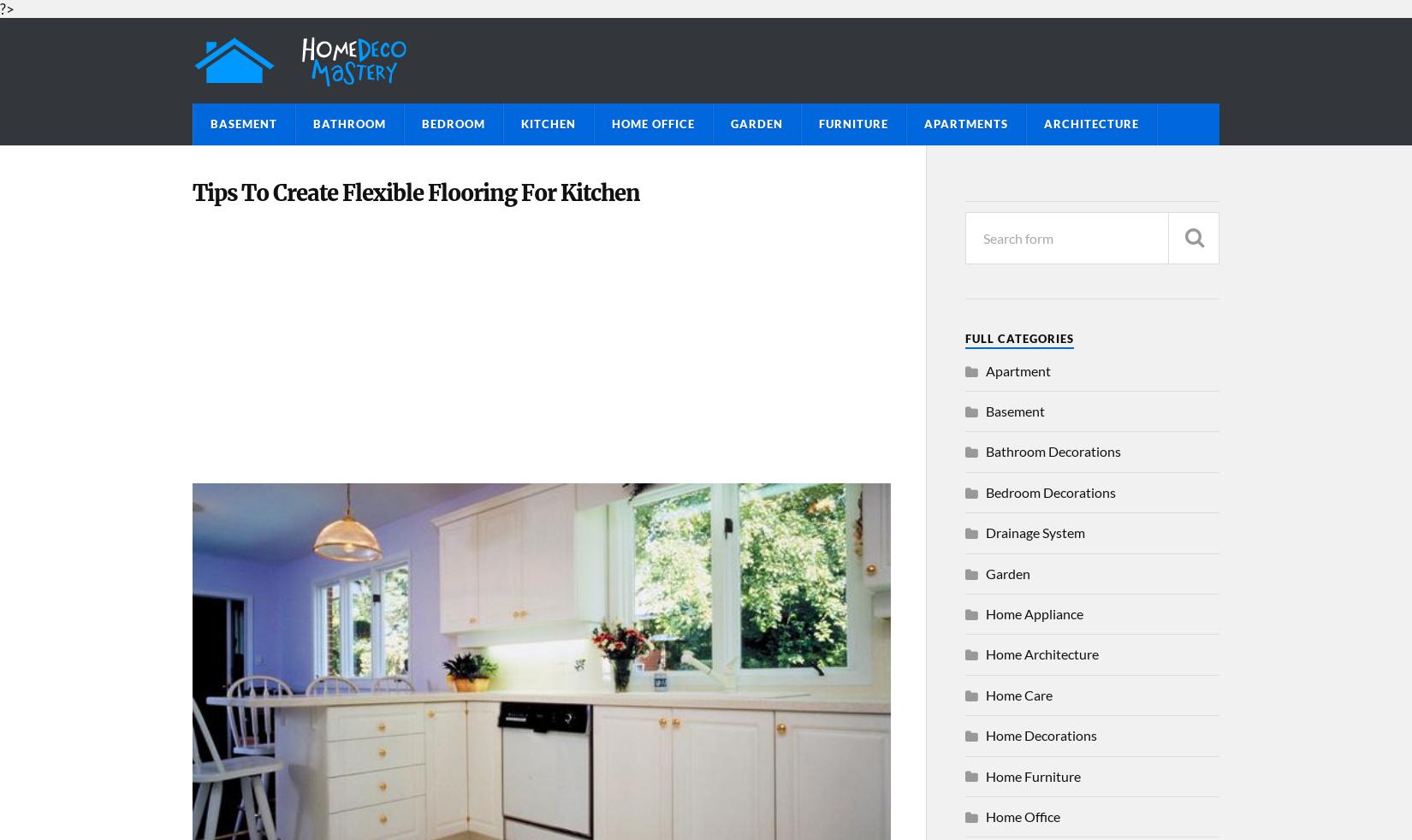  I want to click on 'Tips To Create Flexible Flooring For Kitchen', so click(193, 191).